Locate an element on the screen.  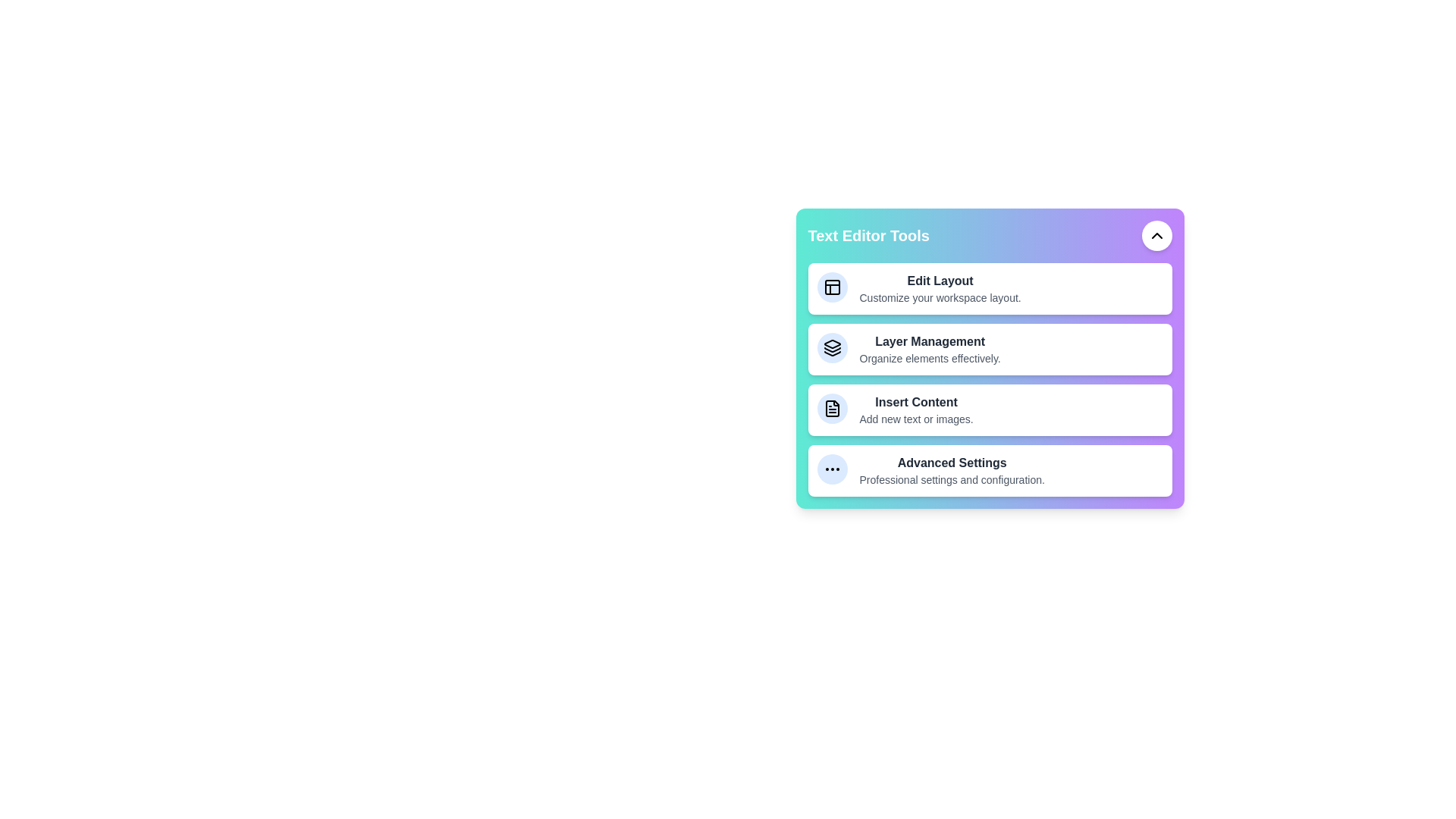
the tool icon corresponding to Layer Management is located at coordinates (831, 348).